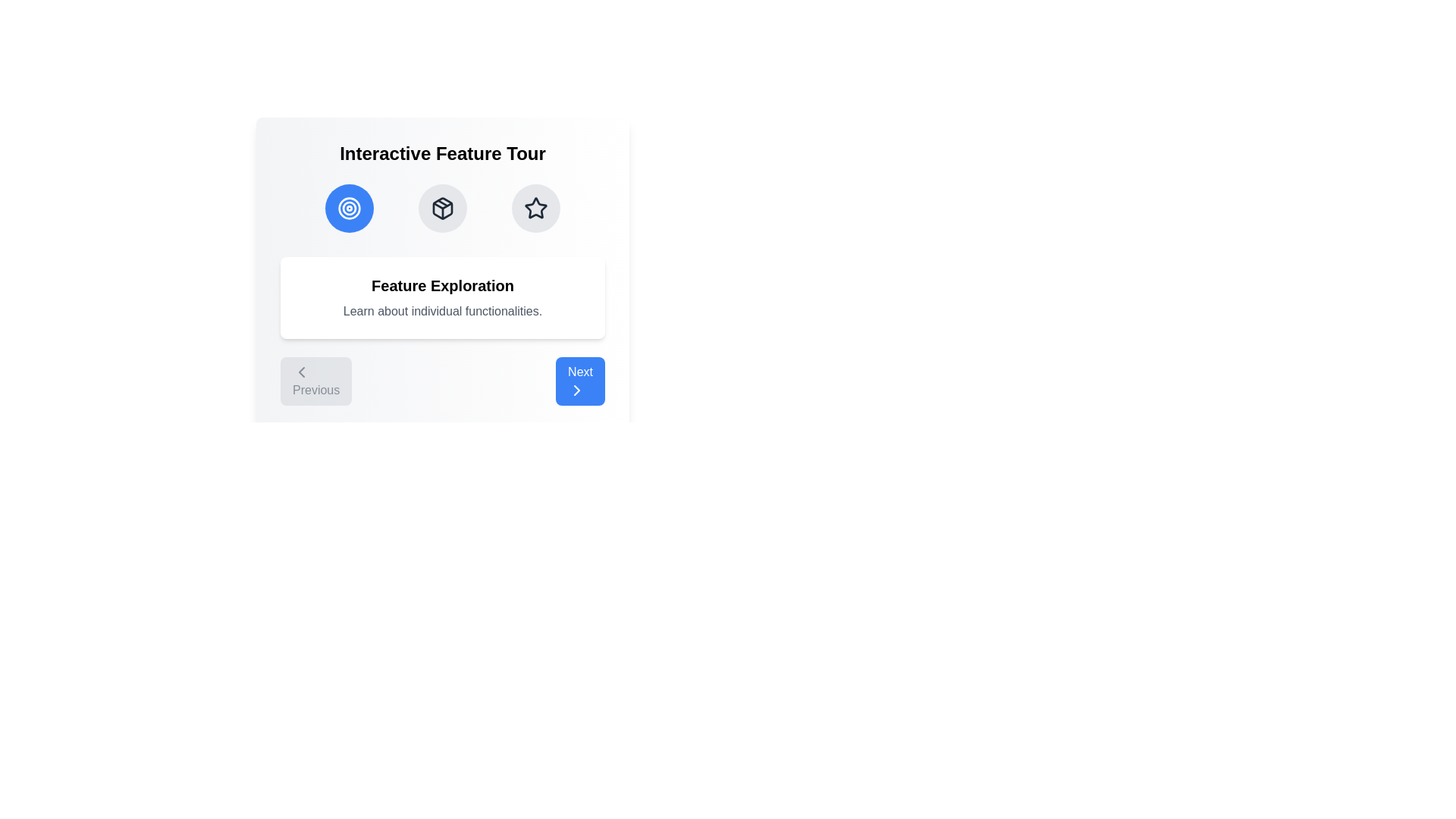  Describe the element at coordinates (442, 208) in the screenshot. I see `the interactive button with a circular icon located in the middle of a horizontal row of three icons, under the 'Interactive Feature Tour' heading` at that location.